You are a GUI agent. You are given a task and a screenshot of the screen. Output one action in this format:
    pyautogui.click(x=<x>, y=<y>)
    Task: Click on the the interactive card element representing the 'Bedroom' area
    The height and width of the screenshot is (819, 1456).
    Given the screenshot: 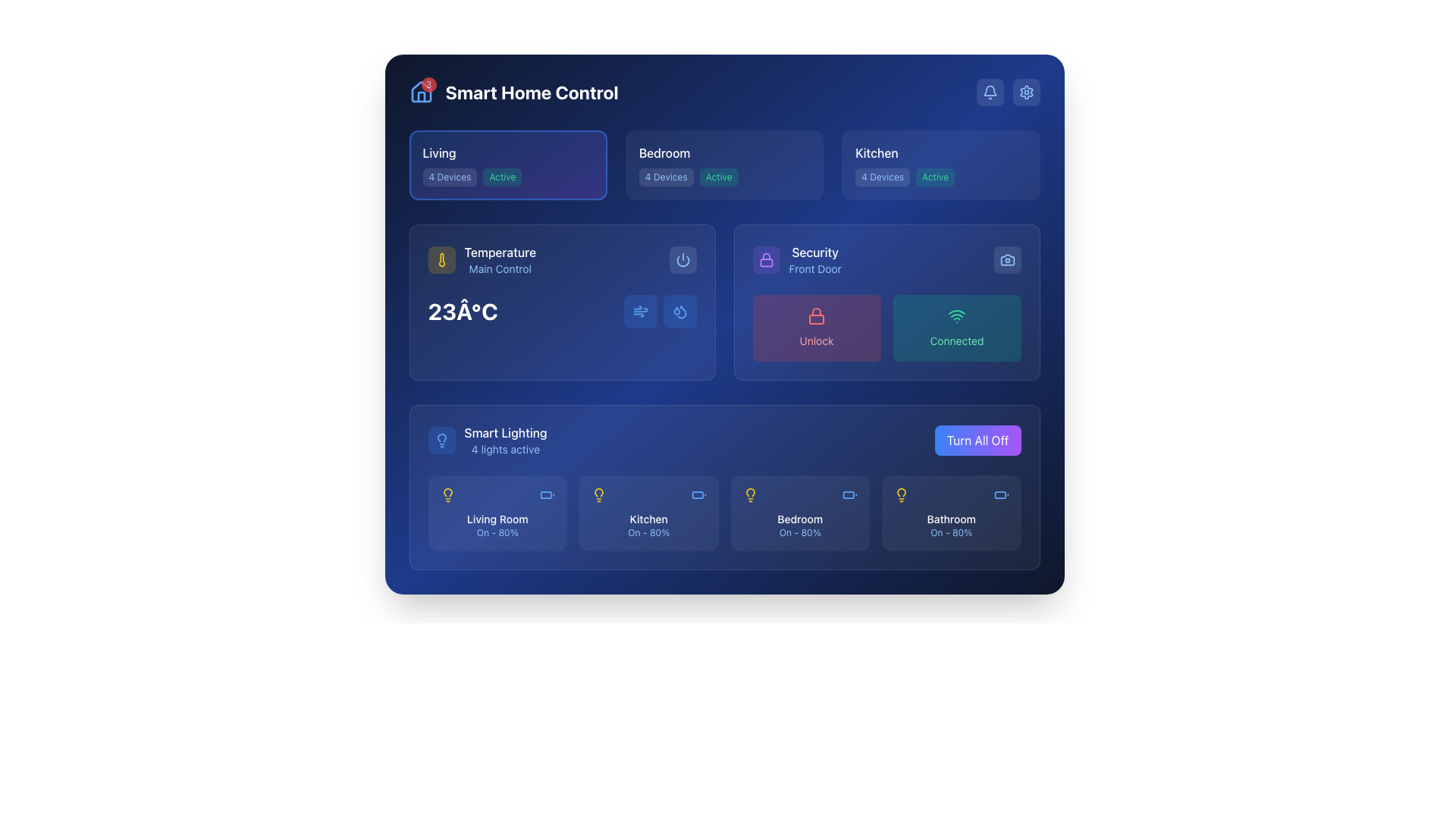 What is the action you would take?
    pyautogui.click(x=723, y=165)
    